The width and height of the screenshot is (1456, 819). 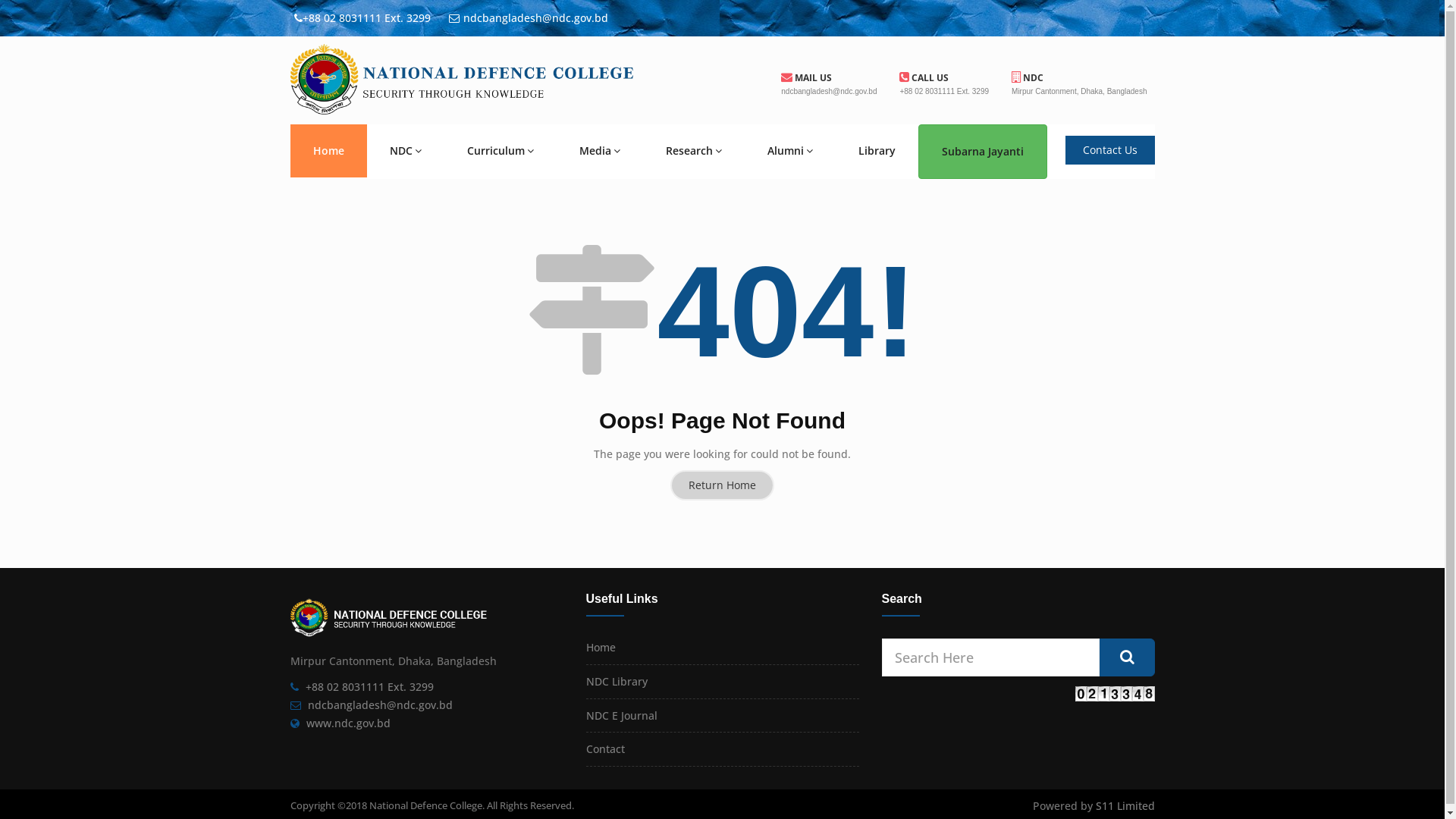 I want to click on 'Alumni', so click(x=789, y=151).